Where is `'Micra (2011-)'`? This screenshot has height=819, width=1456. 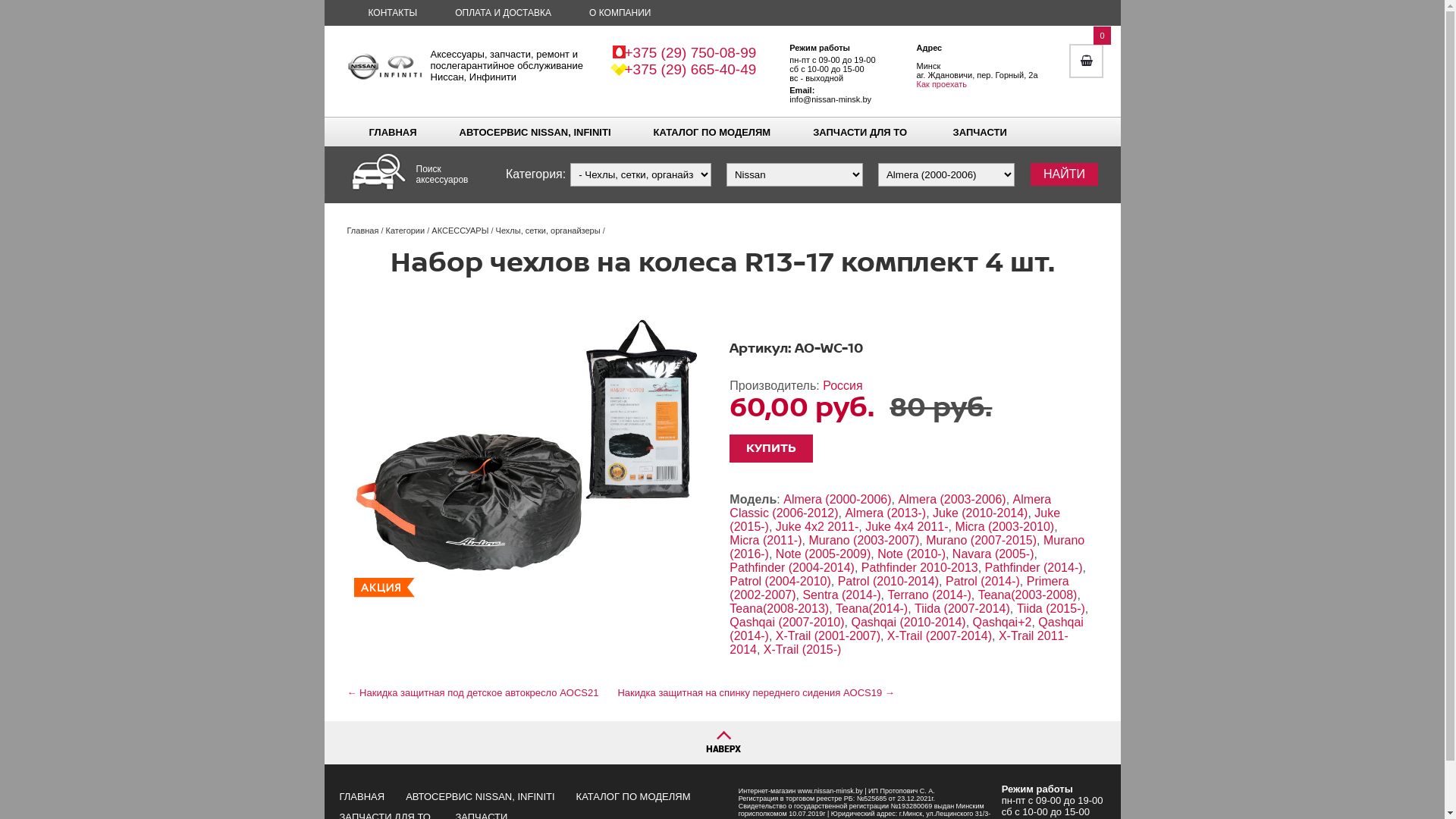
'Micra (2011-)' is located at coordinates (765, 539).